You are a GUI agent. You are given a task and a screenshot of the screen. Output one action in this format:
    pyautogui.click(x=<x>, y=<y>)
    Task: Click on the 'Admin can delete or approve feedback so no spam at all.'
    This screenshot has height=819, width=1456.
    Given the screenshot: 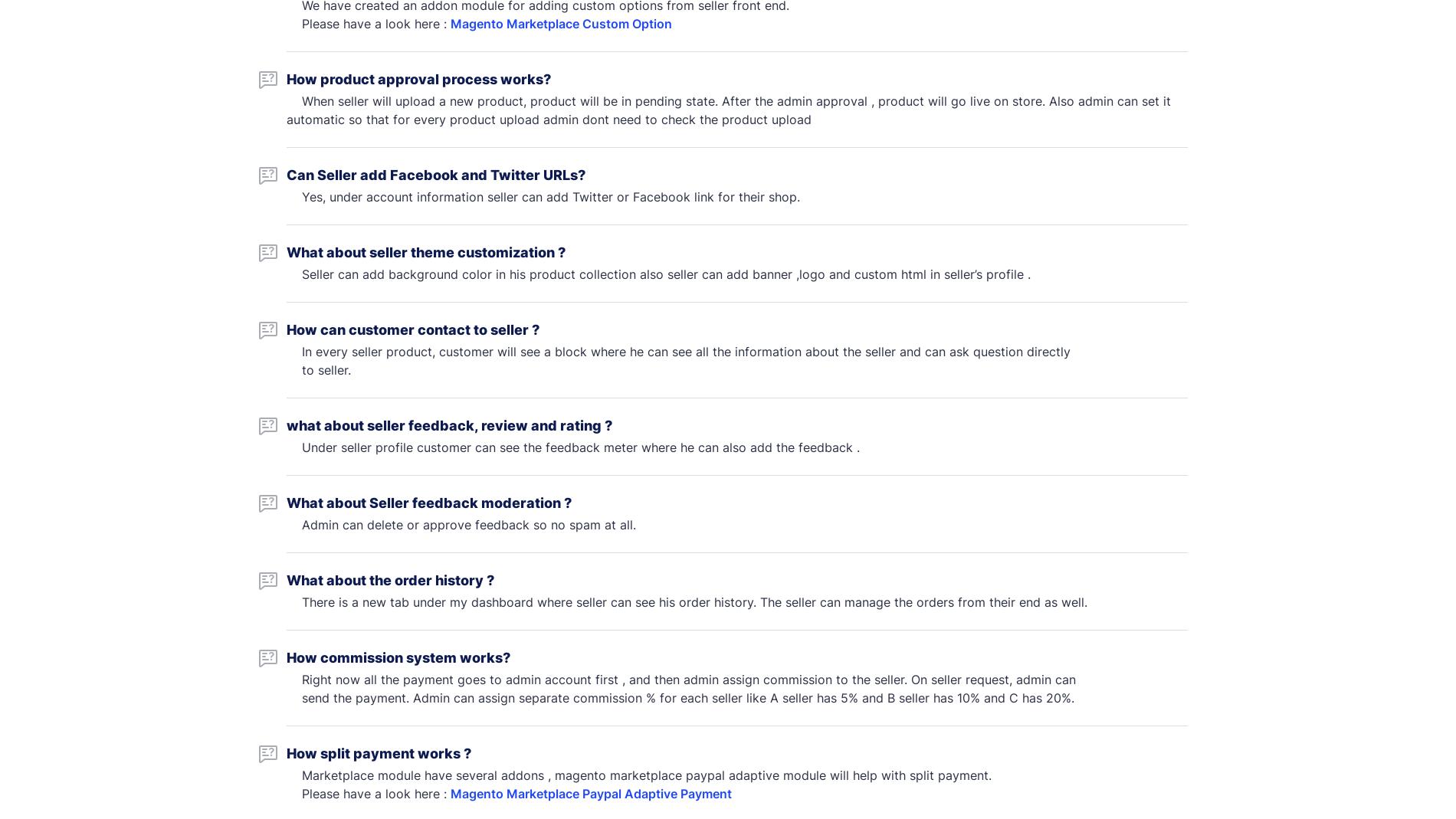 What is the action you would take?
    pyautogui.click(x=463, y=524)
    